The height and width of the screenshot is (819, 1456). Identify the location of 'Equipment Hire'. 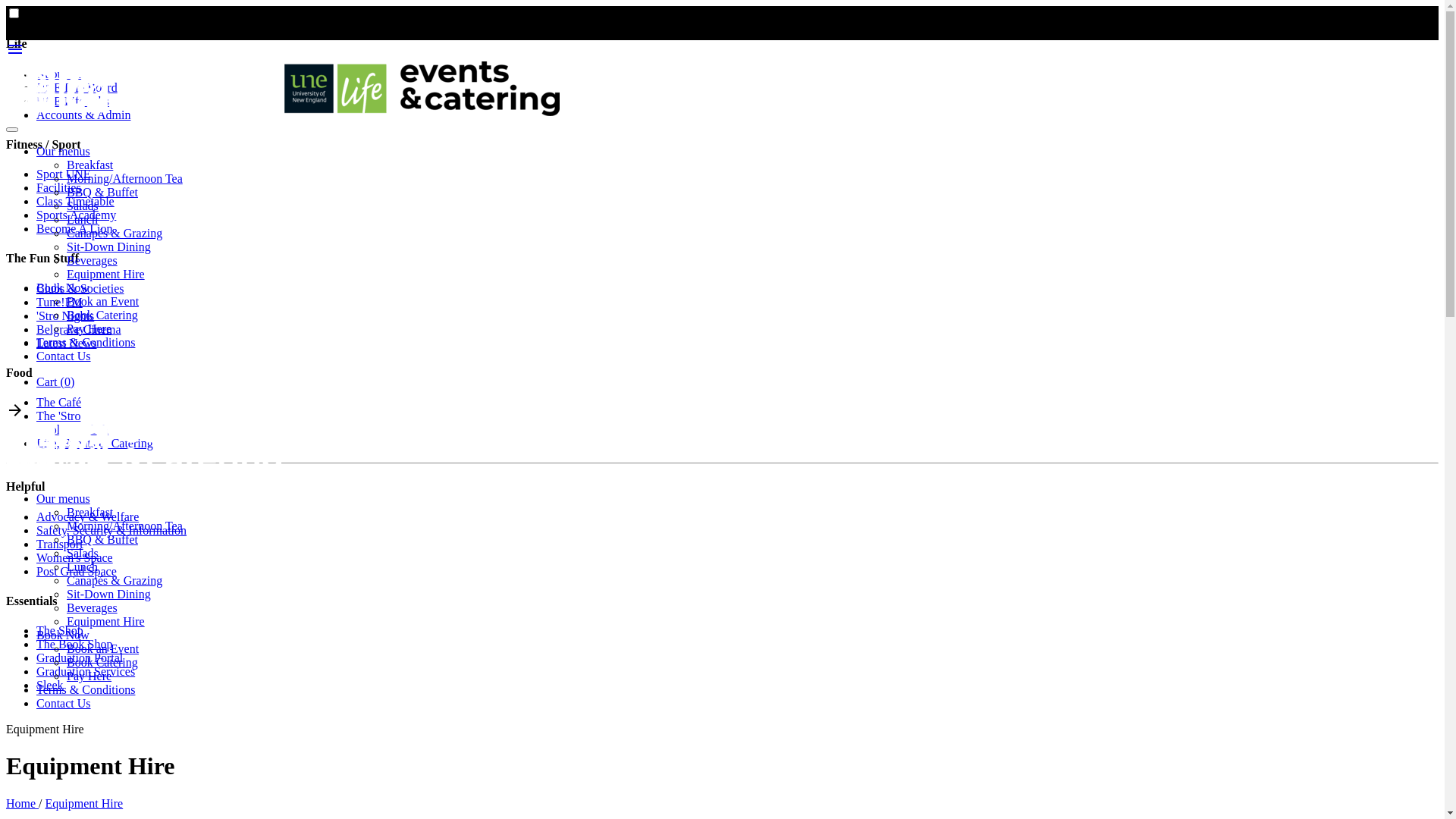
(105, 621).